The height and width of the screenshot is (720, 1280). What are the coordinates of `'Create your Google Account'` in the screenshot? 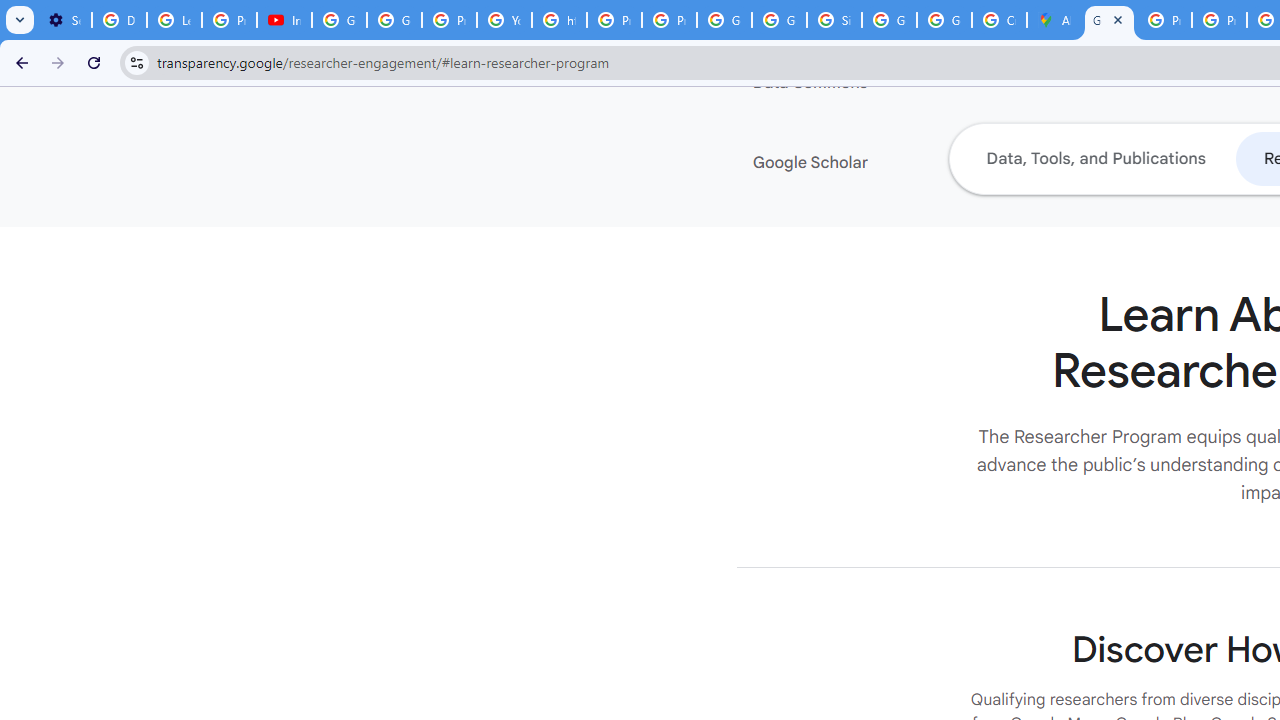 It's located at (999, 20).